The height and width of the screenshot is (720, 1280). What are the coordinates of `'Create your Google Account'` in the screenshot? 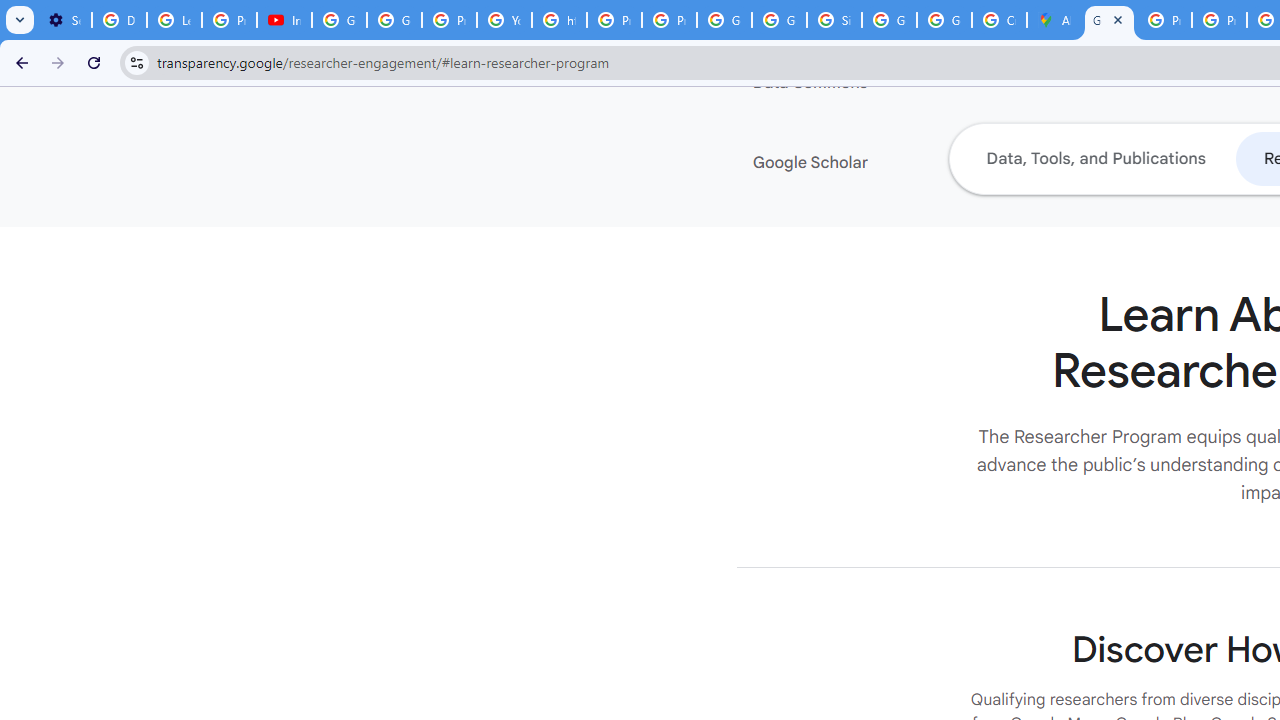 It's located at (999, 20).